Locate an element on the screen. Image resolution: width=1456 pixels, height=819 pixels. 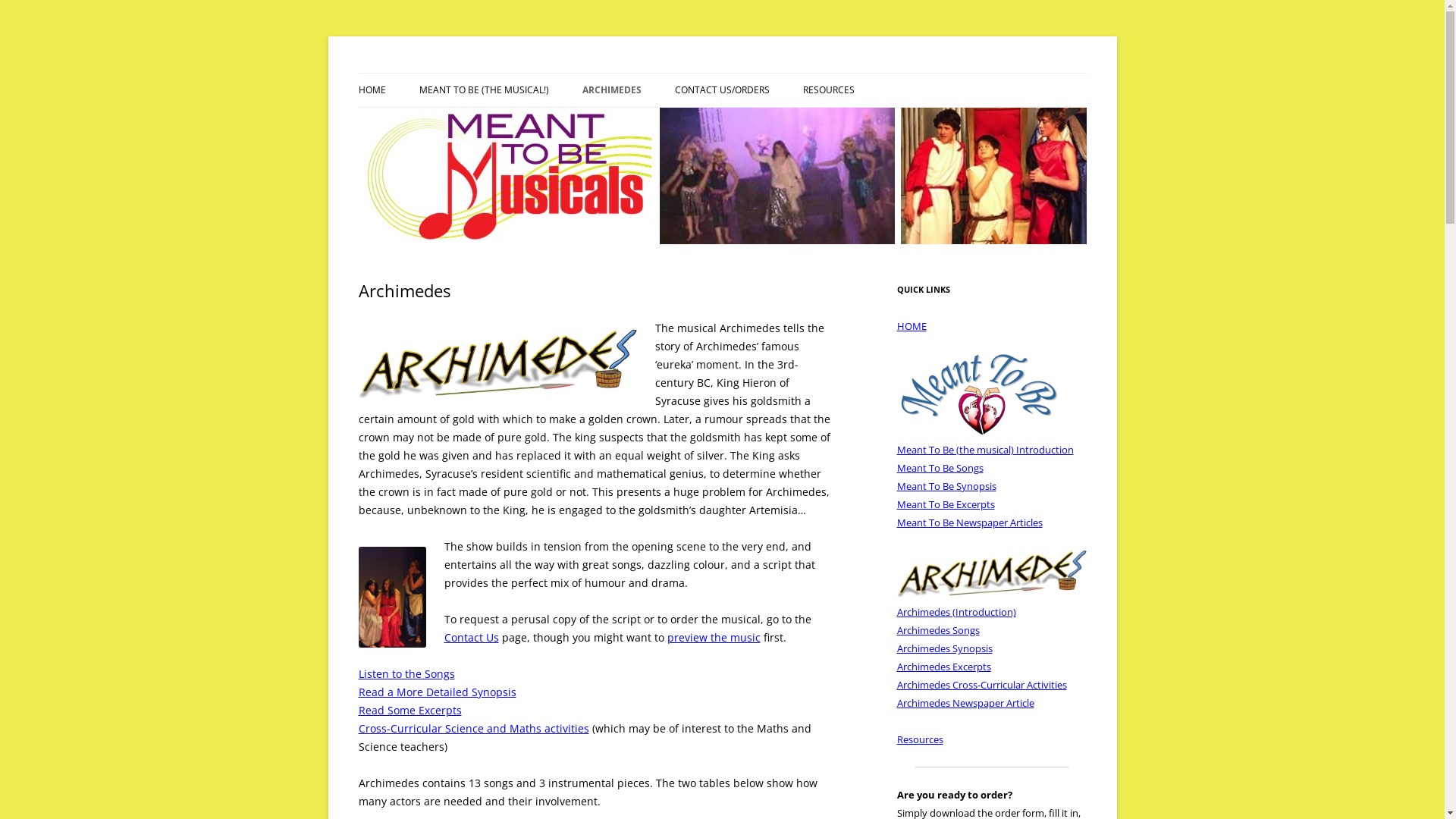
'HOME' is located at coordinates (371, 90).